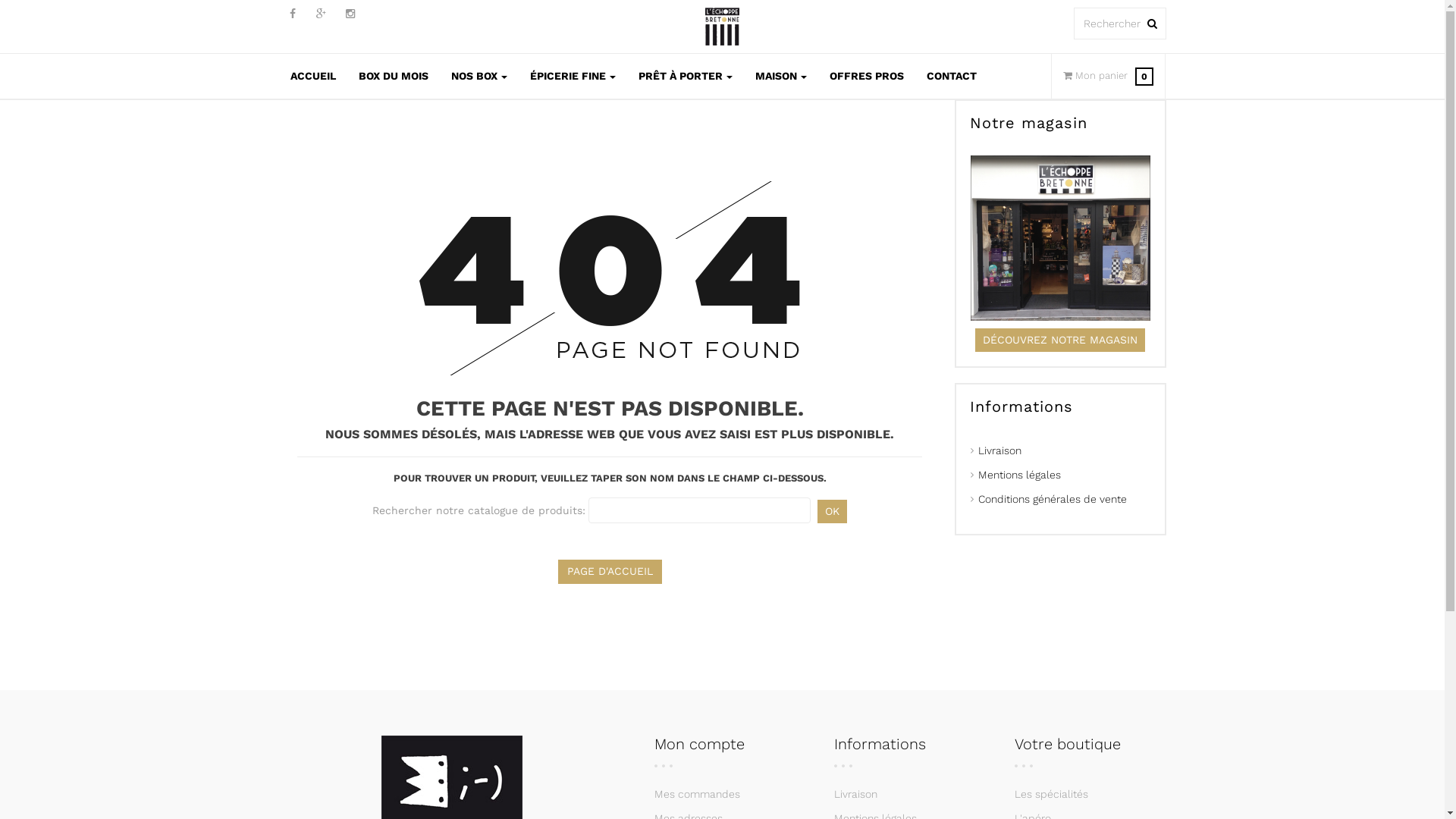  Describe the element at coordinates (913, 76) in the screenshot. I see `'CONTACT'` at that location.